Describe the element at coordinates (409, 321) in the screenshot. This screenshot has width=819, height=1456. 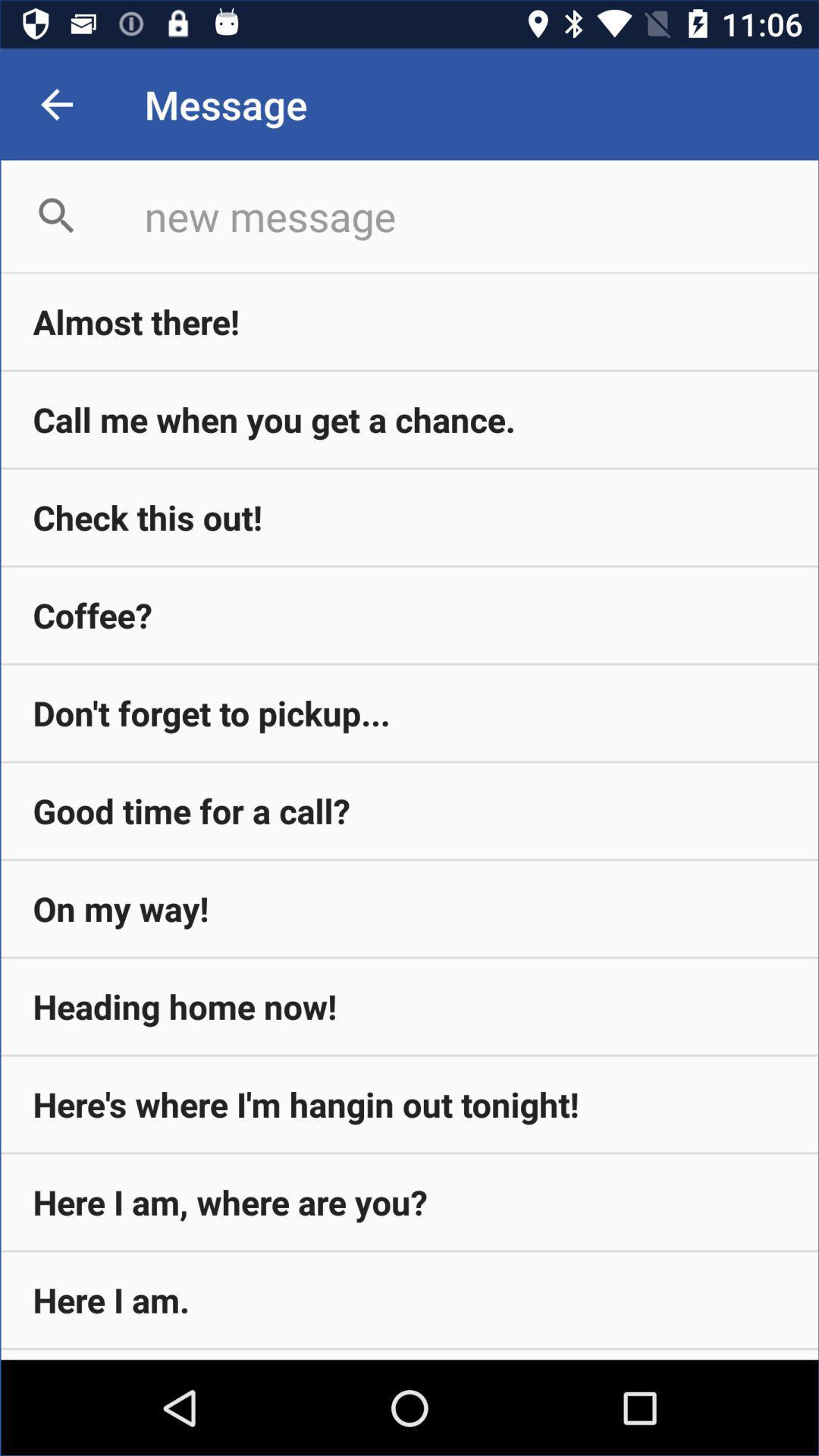
I see `icon above the call me when` at that location.